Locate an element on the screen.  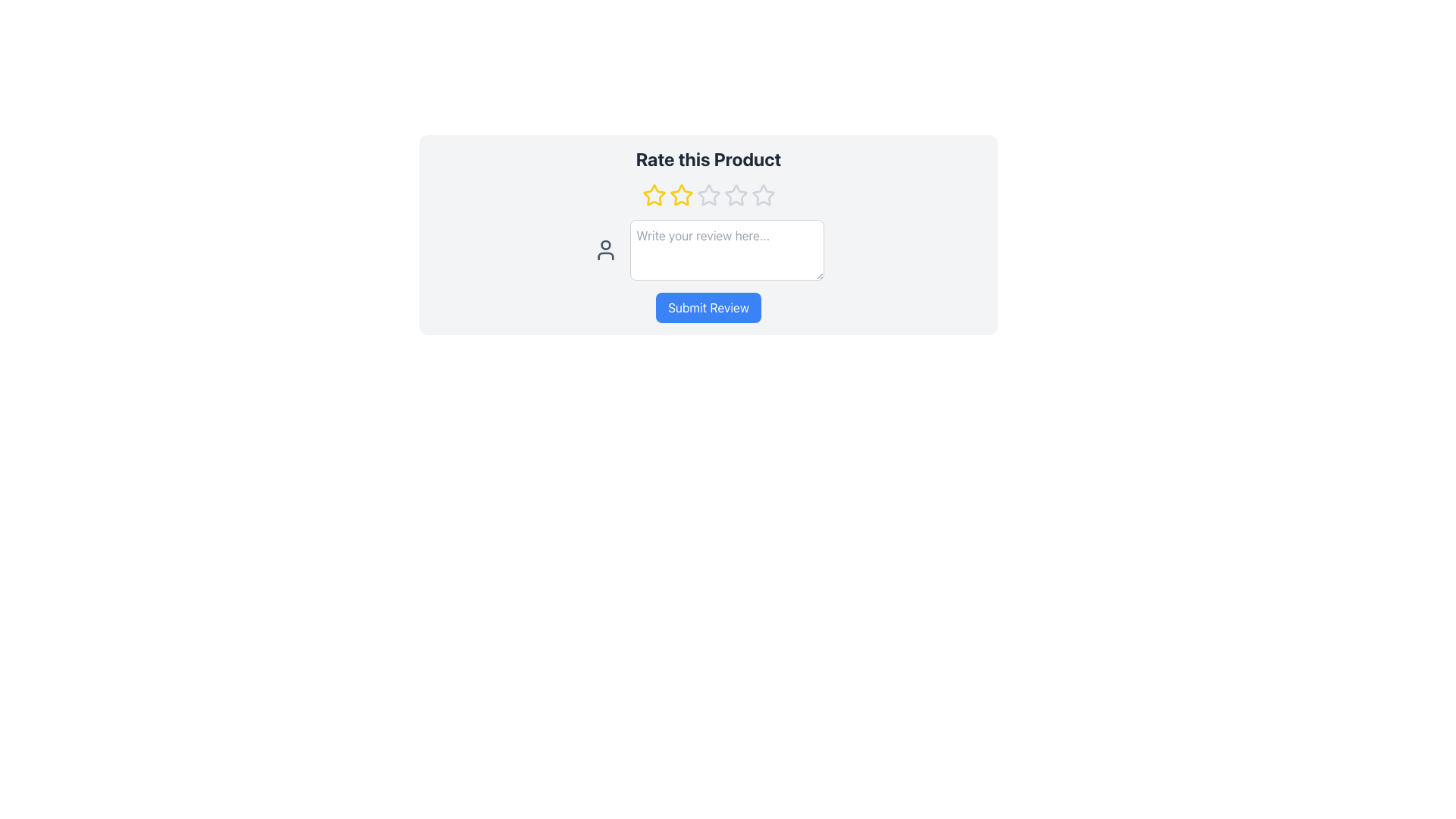
the user profile icon, which is the first element in a horizontal group, located to the left of the 'Write your review here...' input box is located at coordinates (604, 249).